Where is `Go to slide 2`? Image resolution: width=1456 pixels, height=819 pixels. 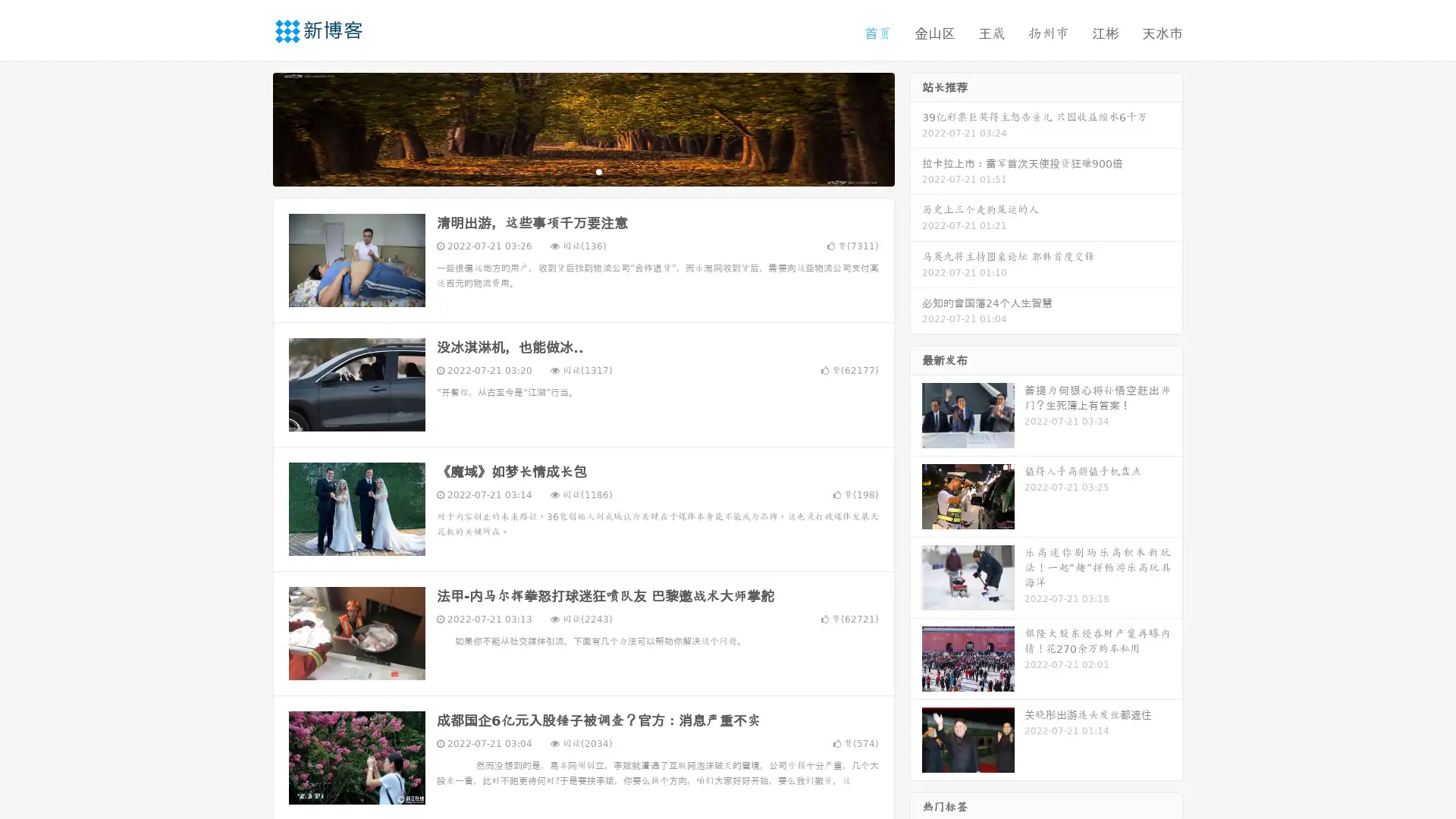
Go to slide 2 is located at coordinates (582, 171).